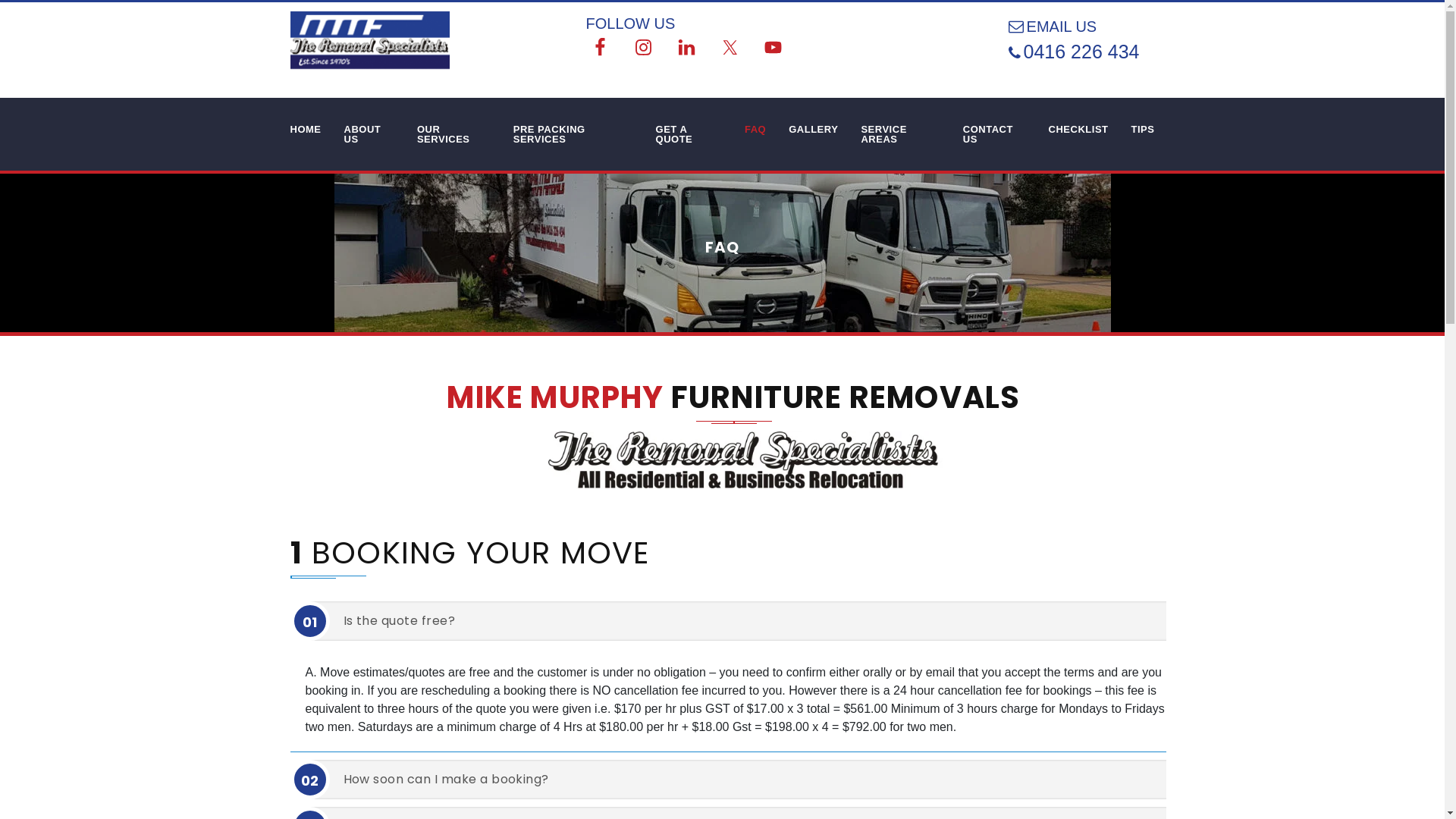  What do you see at coordinates (1143, 128) in the screenshot?
I see `'TIPS'` at bounding box center [1143, 128].